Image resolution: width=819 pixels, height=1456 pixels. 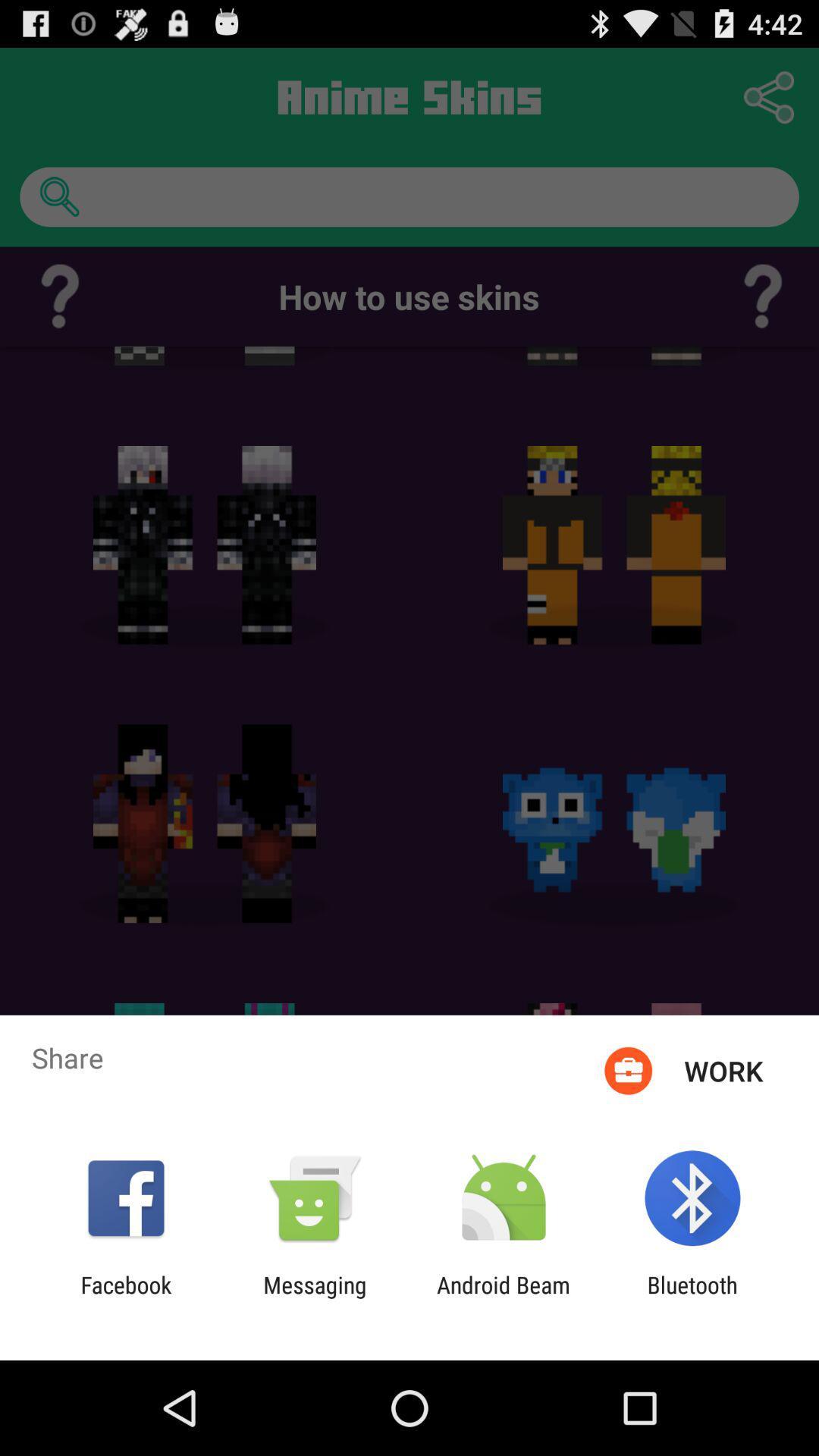 I want to click on the android beam icon, so click(x=504, y=1298).